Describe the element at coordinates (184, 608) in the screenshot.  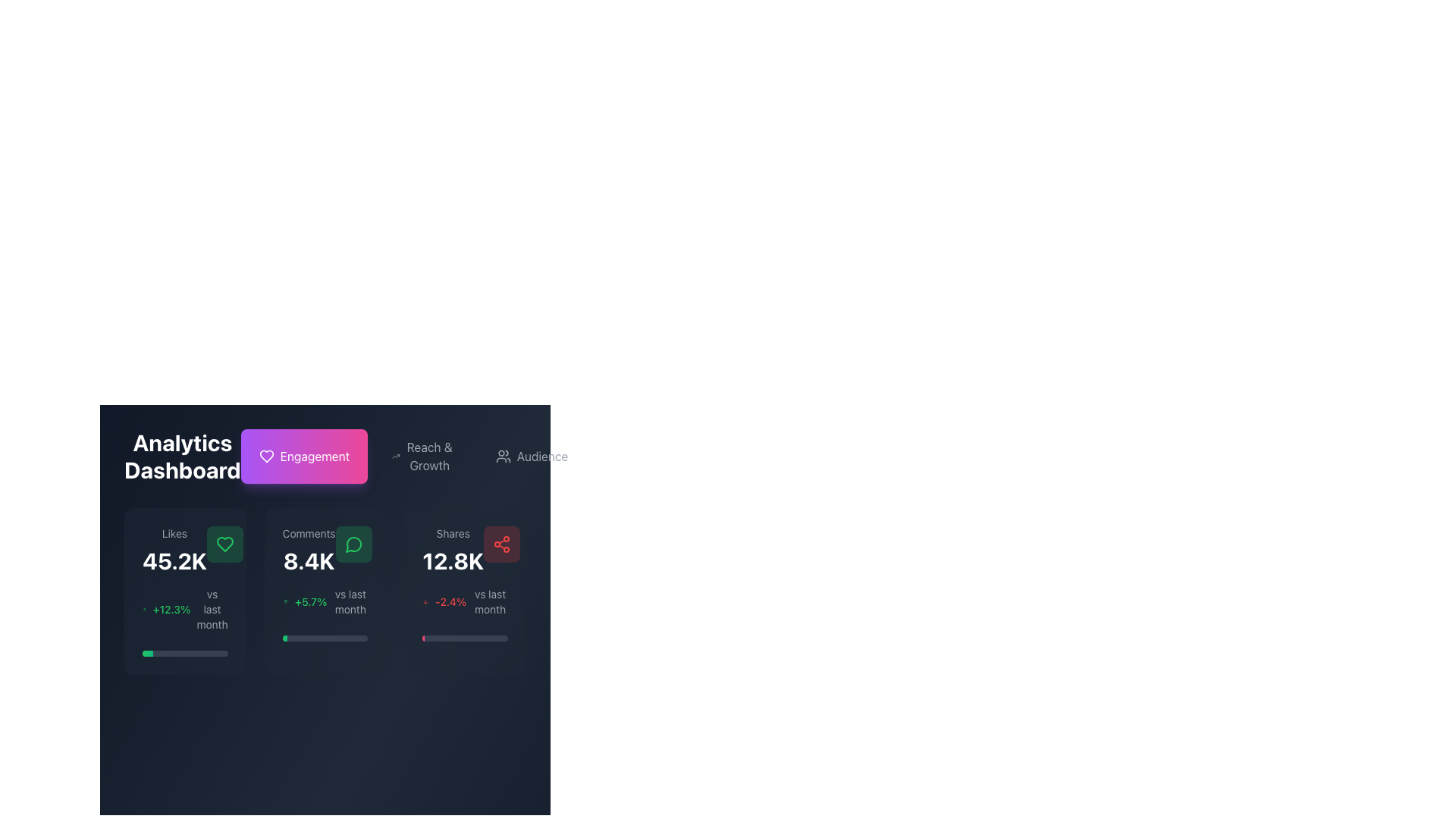
I see `the Text and icon grouping in the Likes section of the analytics dashboard to interact with additional details about the growth metric related to social engagement` at that location.